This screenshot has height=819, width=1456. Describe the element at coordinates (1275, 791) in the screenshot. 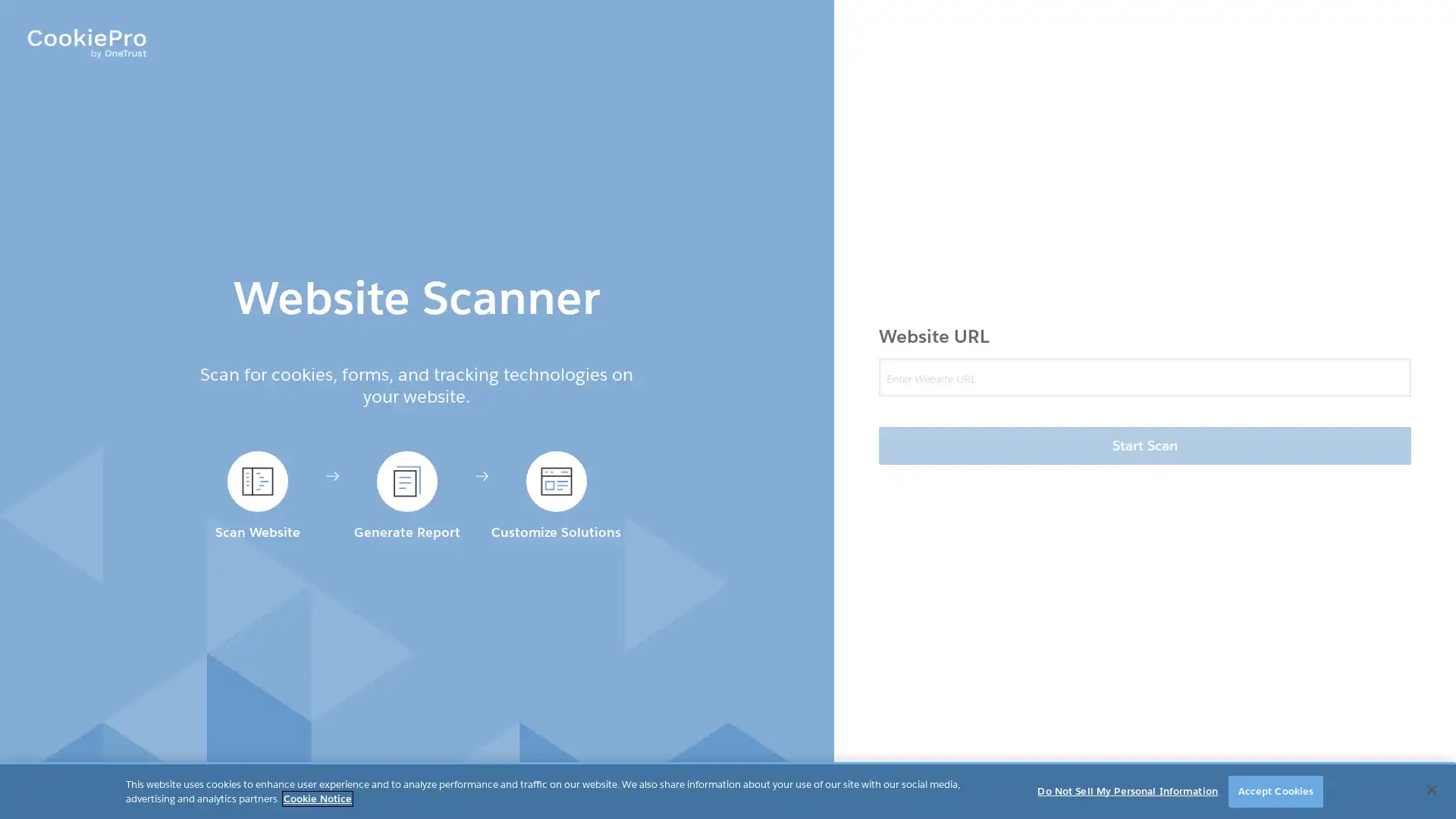

I see `Accept Cookies` at that location.